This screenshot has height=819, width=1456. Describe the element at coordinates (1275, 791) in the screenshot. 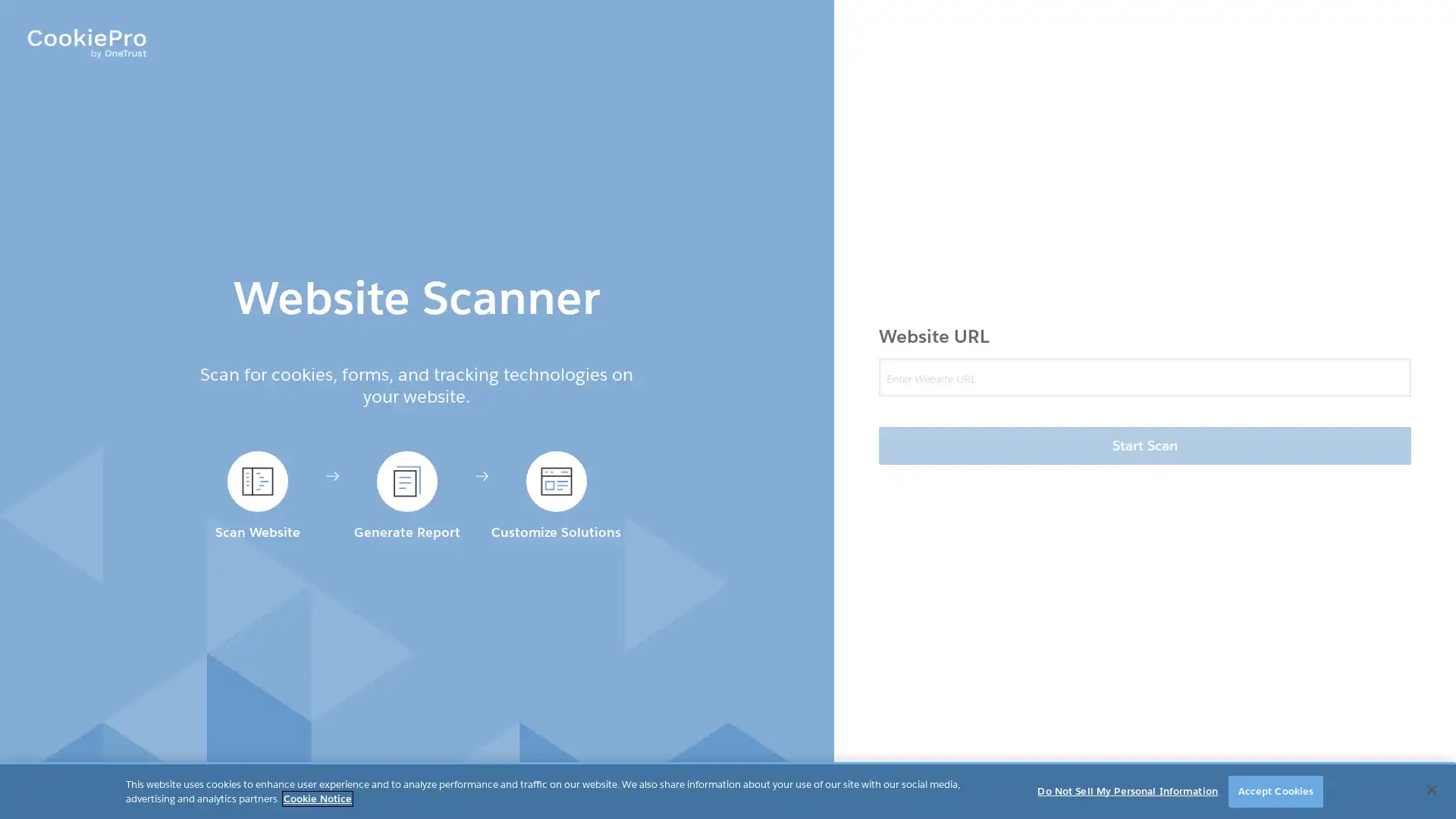

I see `Accept Cookies` at that location.